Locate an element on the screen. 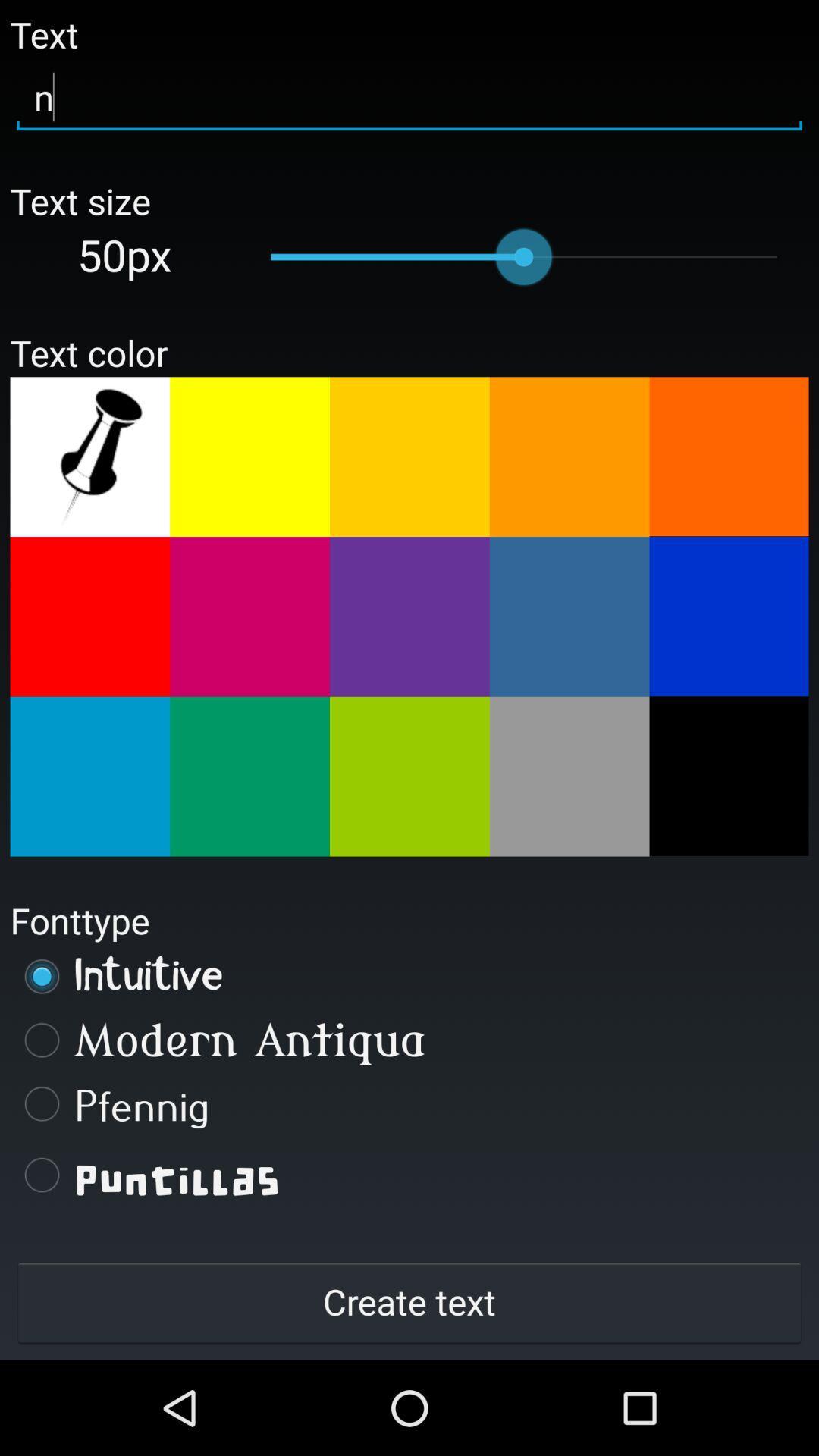 This screenshot has width=819, height=1456. blue color is located at coordinates (89, 777).